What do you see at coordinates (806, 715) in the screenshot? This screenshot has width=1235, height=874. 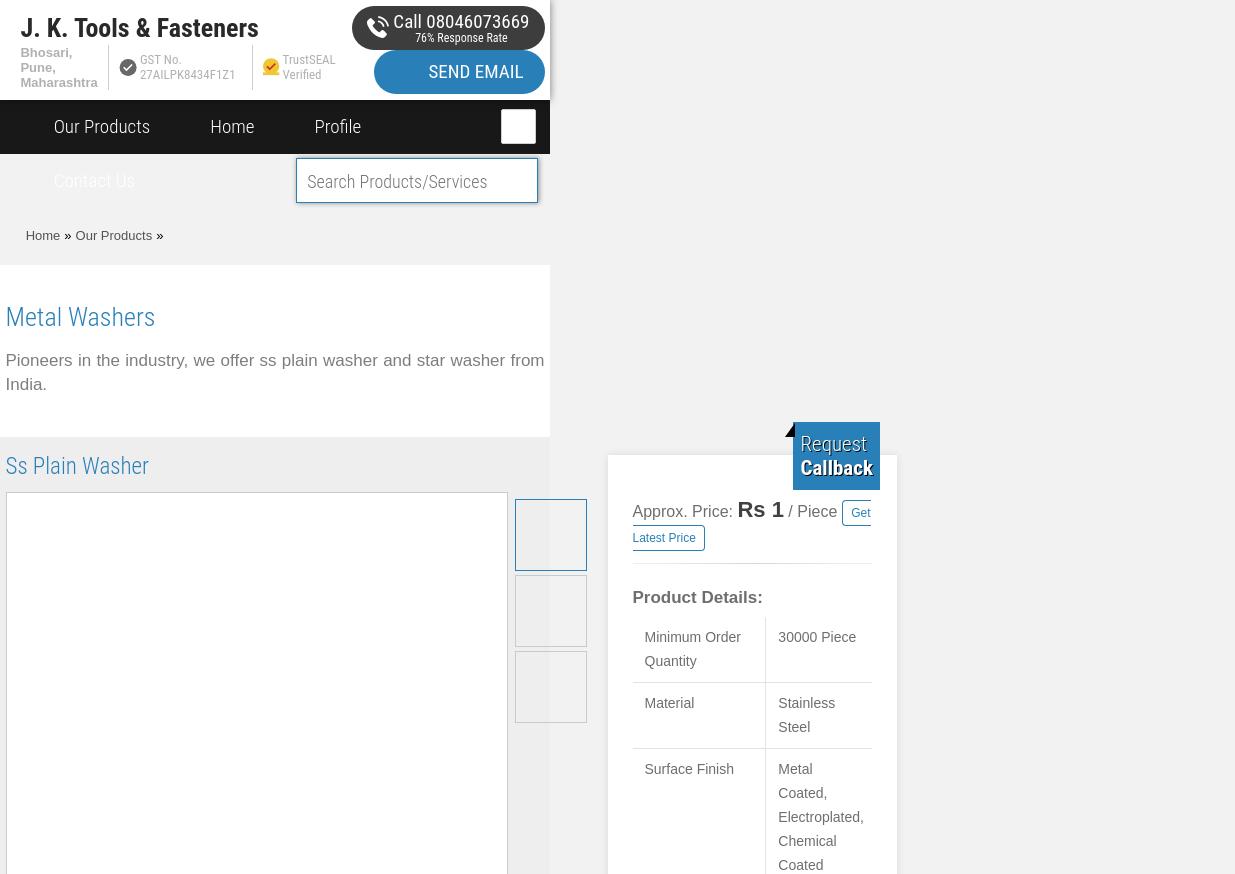 I see `'Stainless Steel'` at bounding box center [806, 715].